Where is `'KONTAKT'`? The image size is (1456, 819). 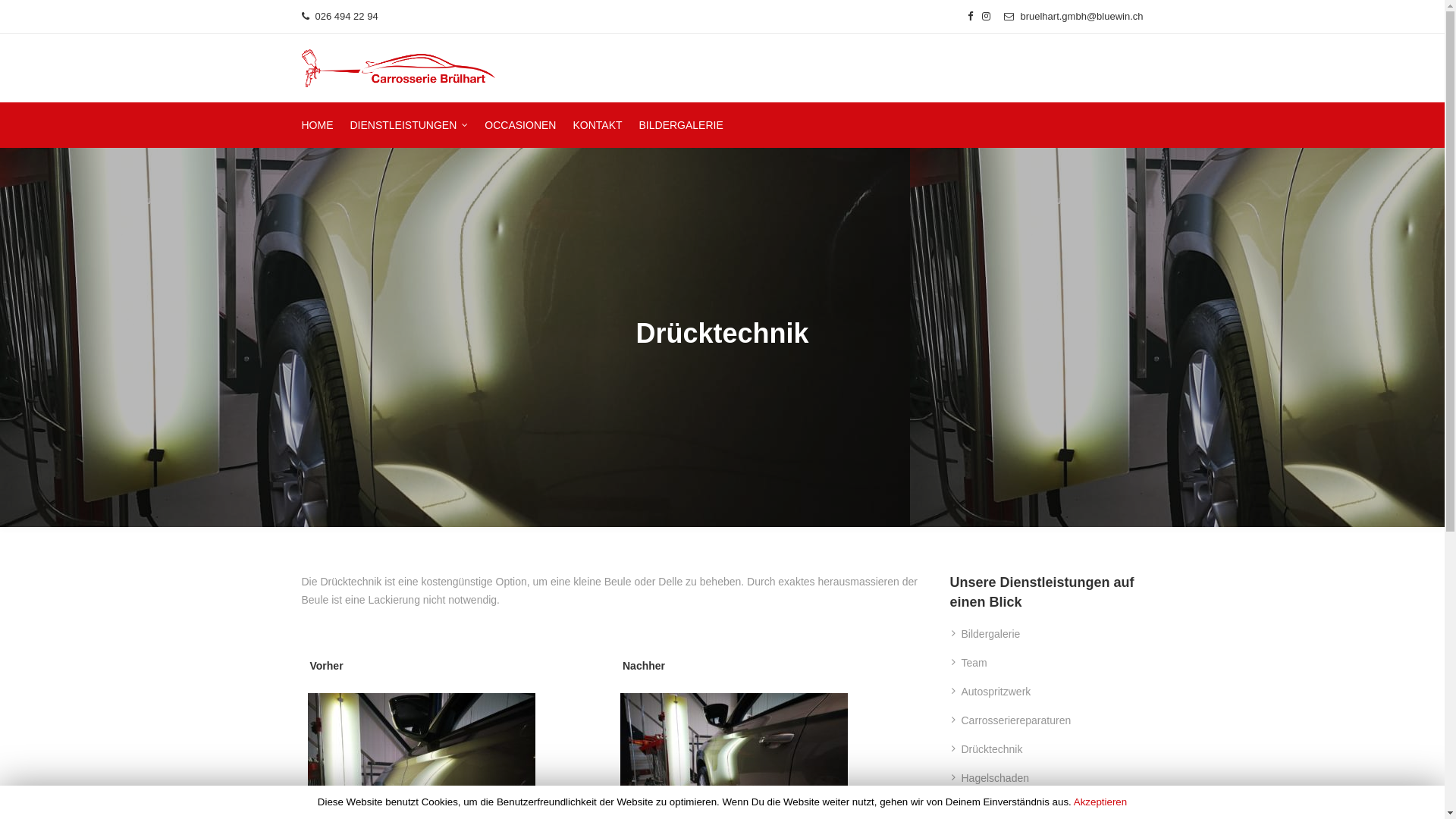 'KONTAKT' is located at coordinates (596, 124).